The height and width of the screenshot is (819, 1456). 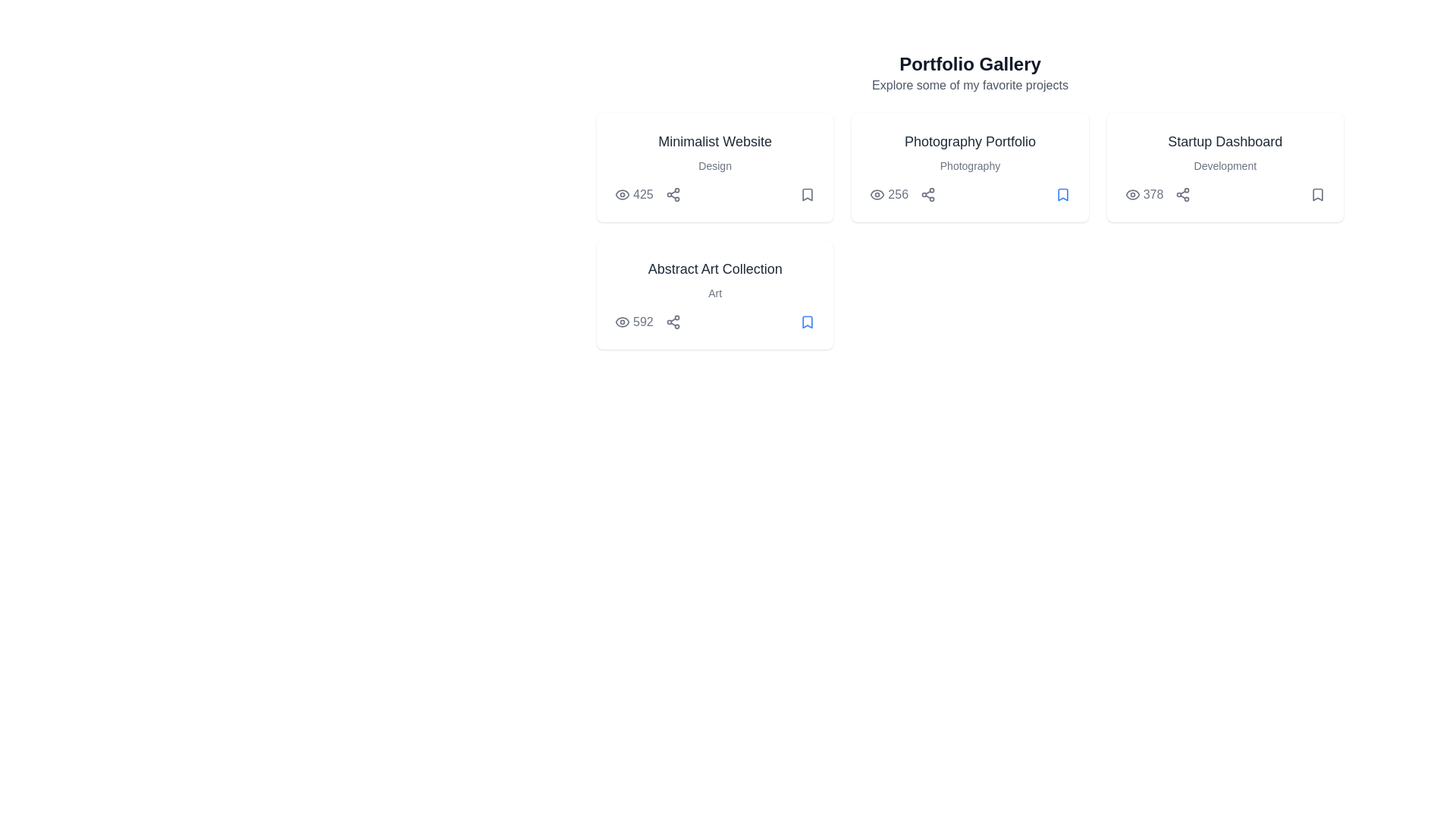 I want to click on number '425' displayed in the numeric label with an eye-shaped icon, which is the first element in the horizontal group beneath the title 'Minimalist Website', so click(x=634, y=194).